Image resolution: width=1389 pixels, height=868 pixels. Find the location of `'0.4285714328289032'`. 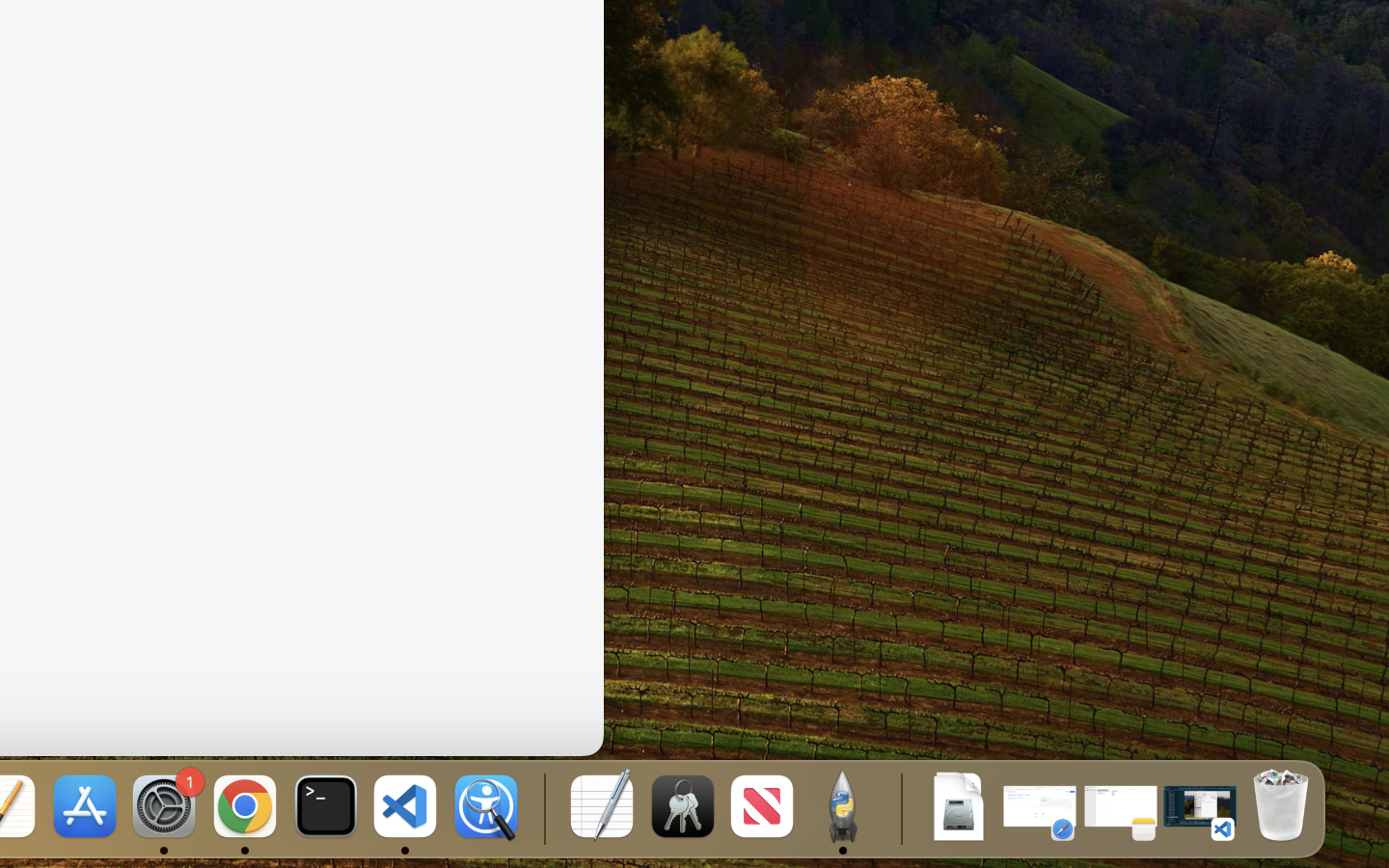

'0.4285714328289032' is located at coordinates (542, 807).